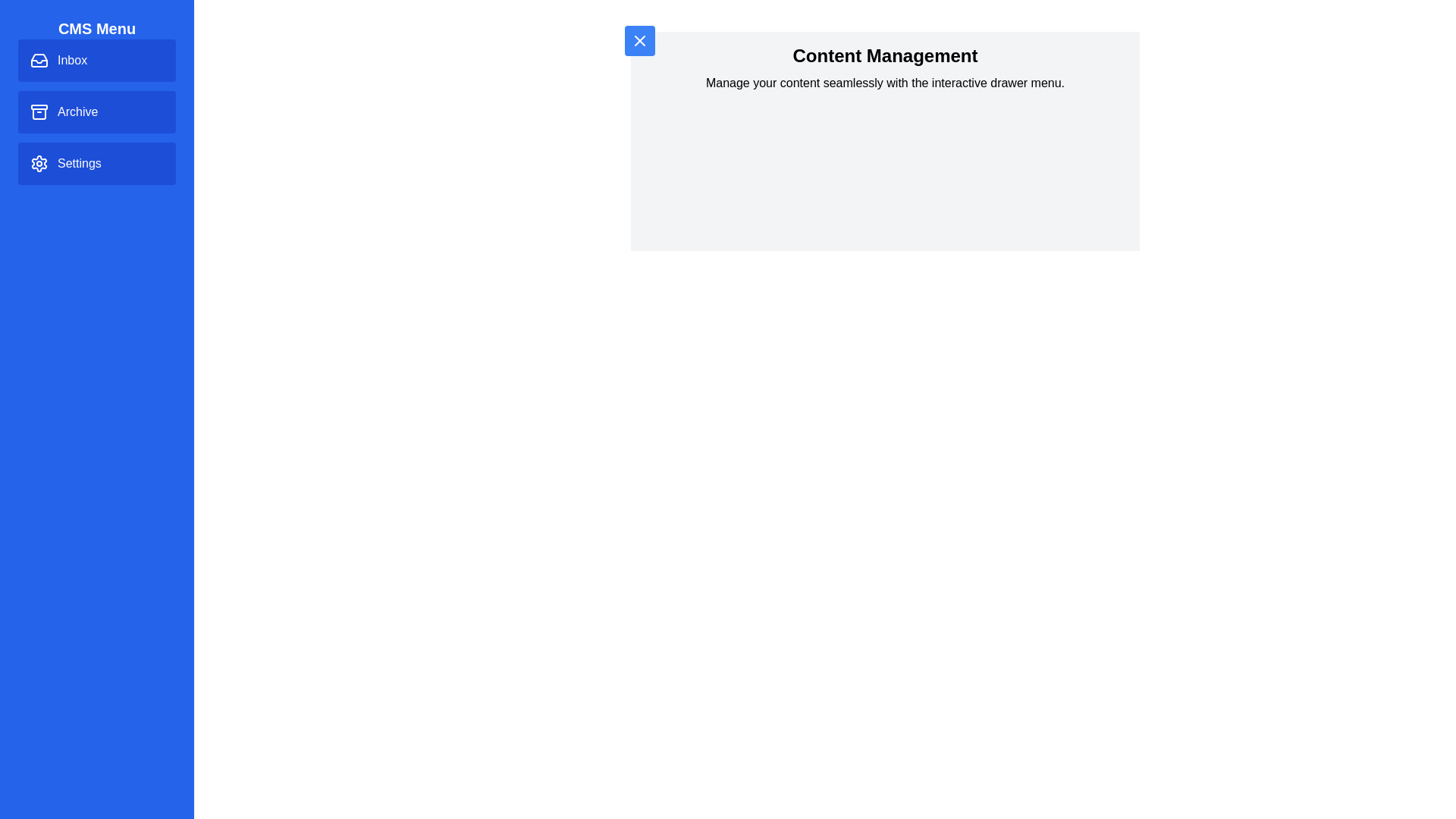  I want to click on the menu item Inbox from the drawer, so click(96, 60).